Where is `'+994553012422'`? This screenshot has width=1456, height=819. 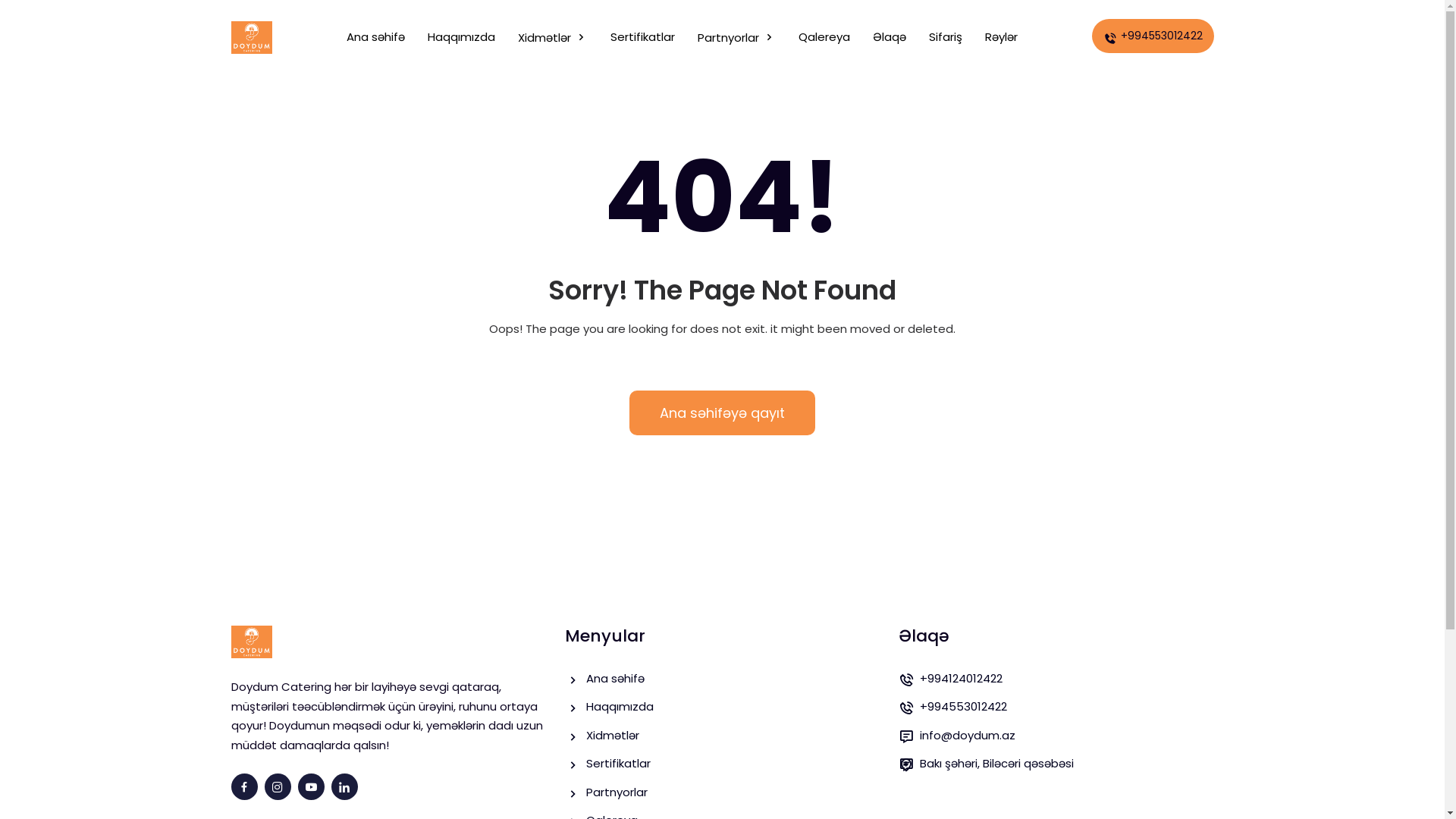
'+994553012422' is located at coordinates (1153, 35).